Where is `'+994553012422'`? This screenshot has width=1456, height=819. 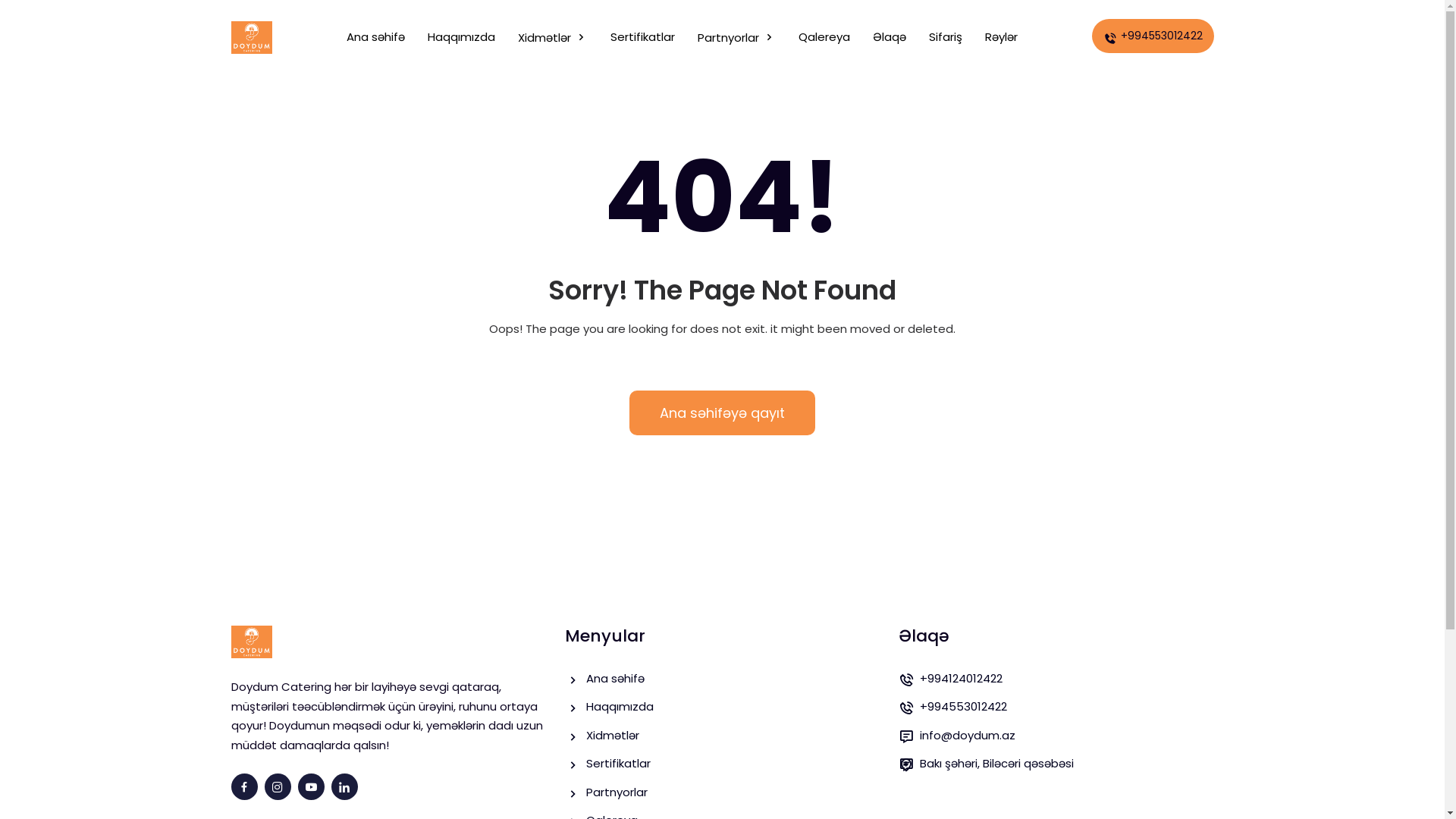
'+994553012422' is located at coordinates (1153, 35).